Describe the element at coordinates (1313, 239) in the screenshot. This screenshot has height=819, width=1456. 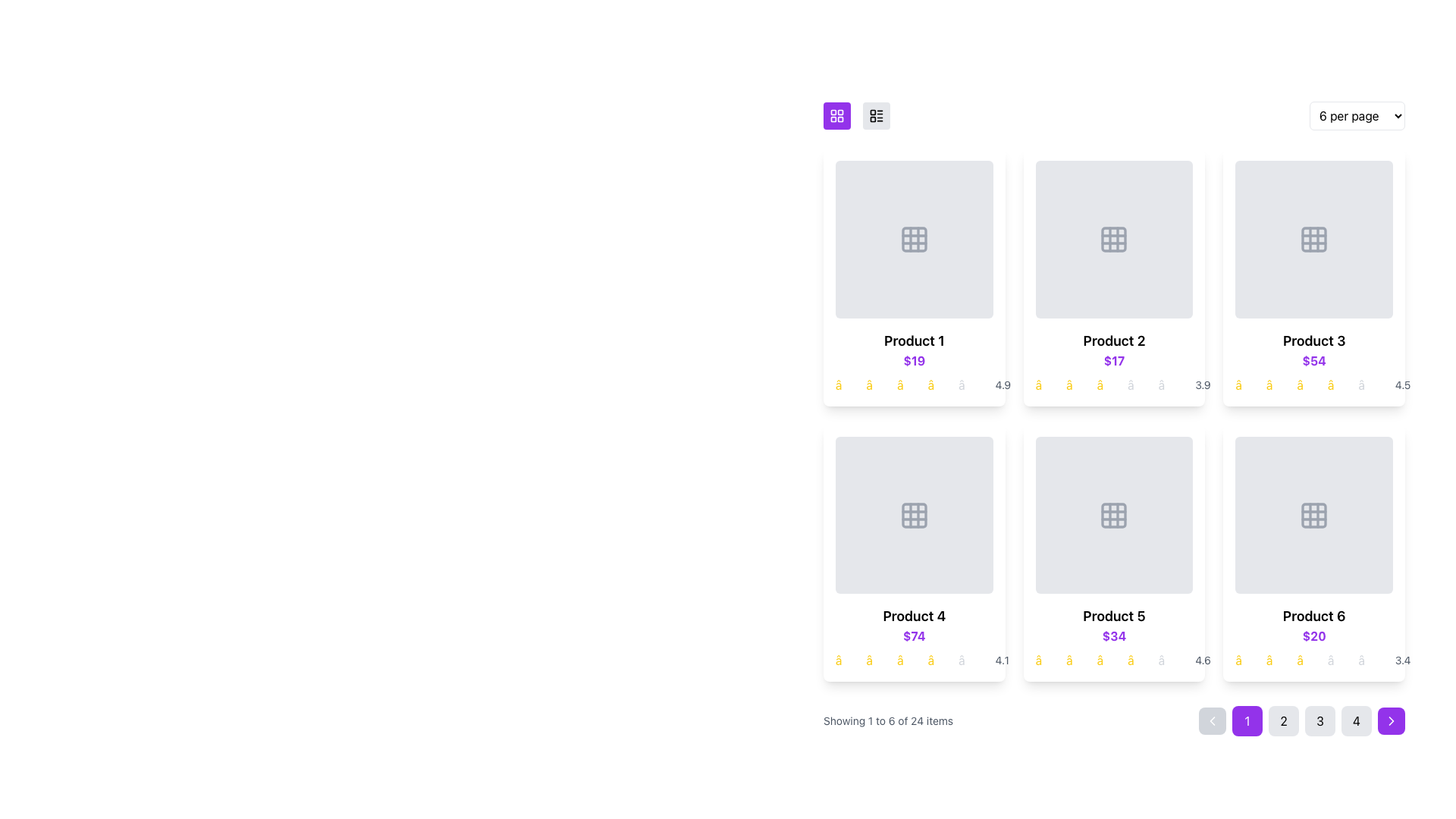
I see `the central rectangle located within the 3x3 grid icon of the Product 3 card` at that location.